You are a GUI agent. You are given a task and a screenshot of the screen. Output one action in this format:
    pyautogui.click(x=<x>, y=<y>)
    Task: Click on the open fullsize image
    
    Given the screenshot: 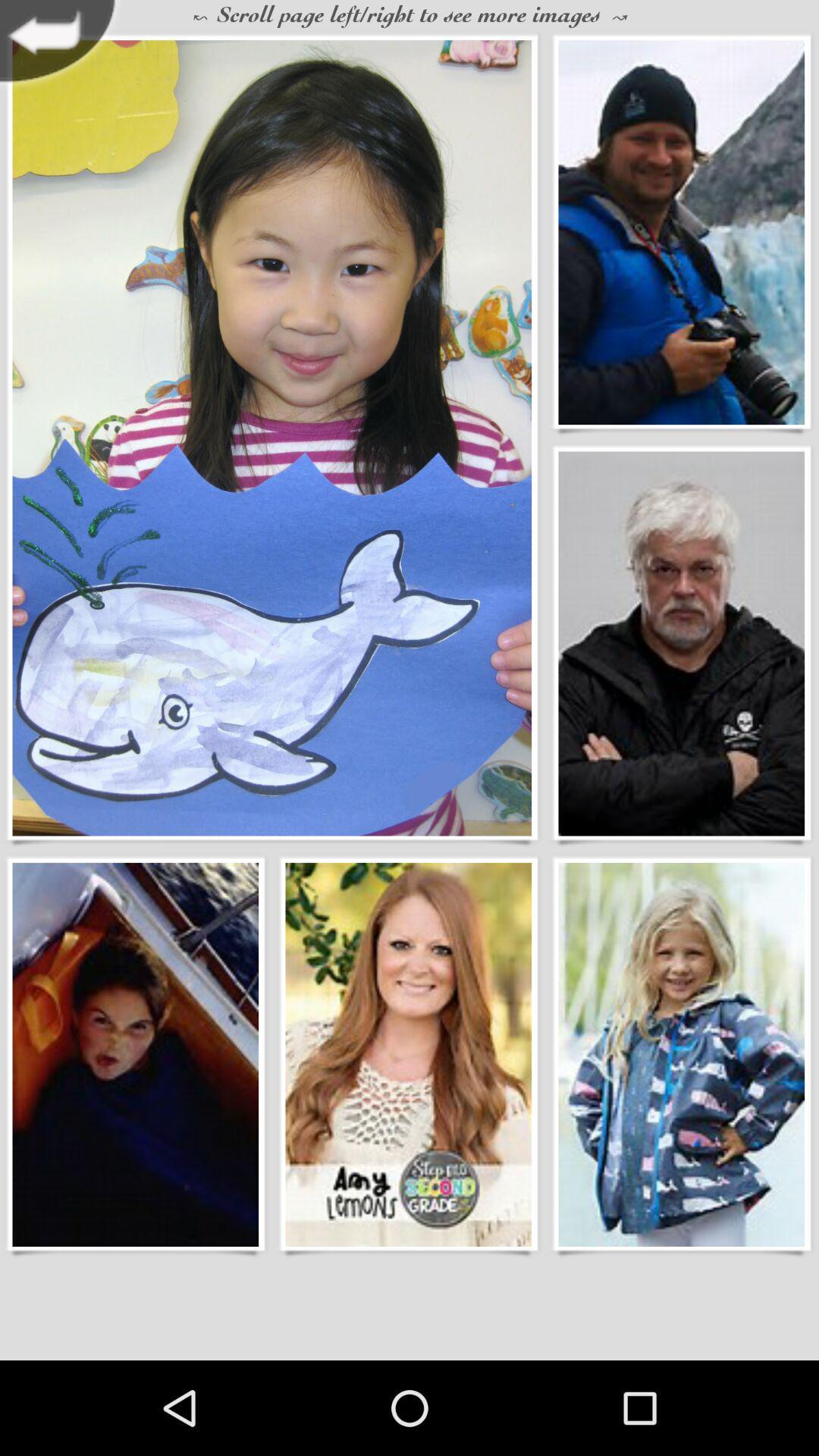 What is the action you would take?
    pyautogui.click(x=680, y=231)
    